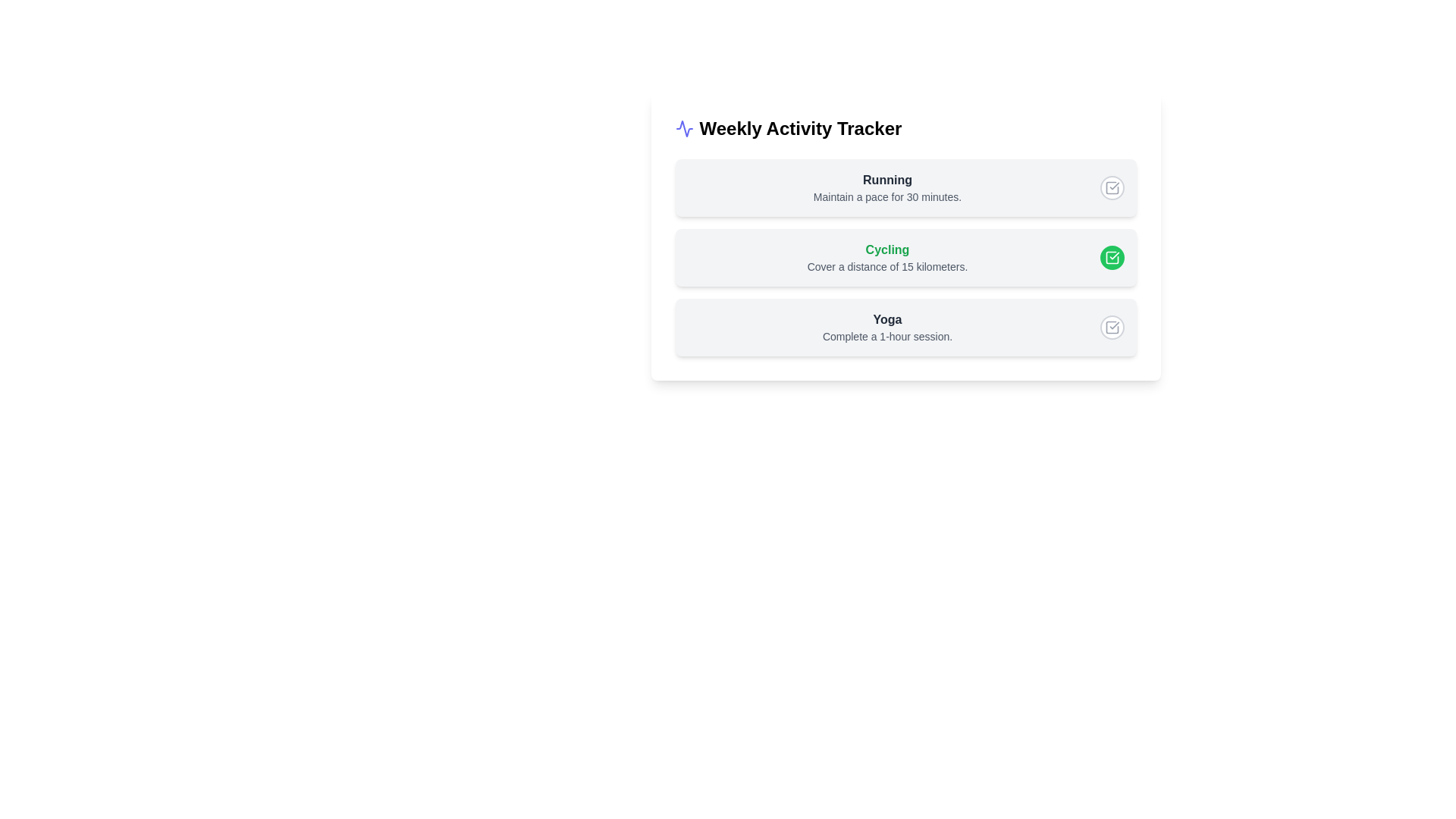  I want to click on the check icon on the Yoga task card within the Weekly Activity Tracker to mark the task as complete, so click(905, 327).